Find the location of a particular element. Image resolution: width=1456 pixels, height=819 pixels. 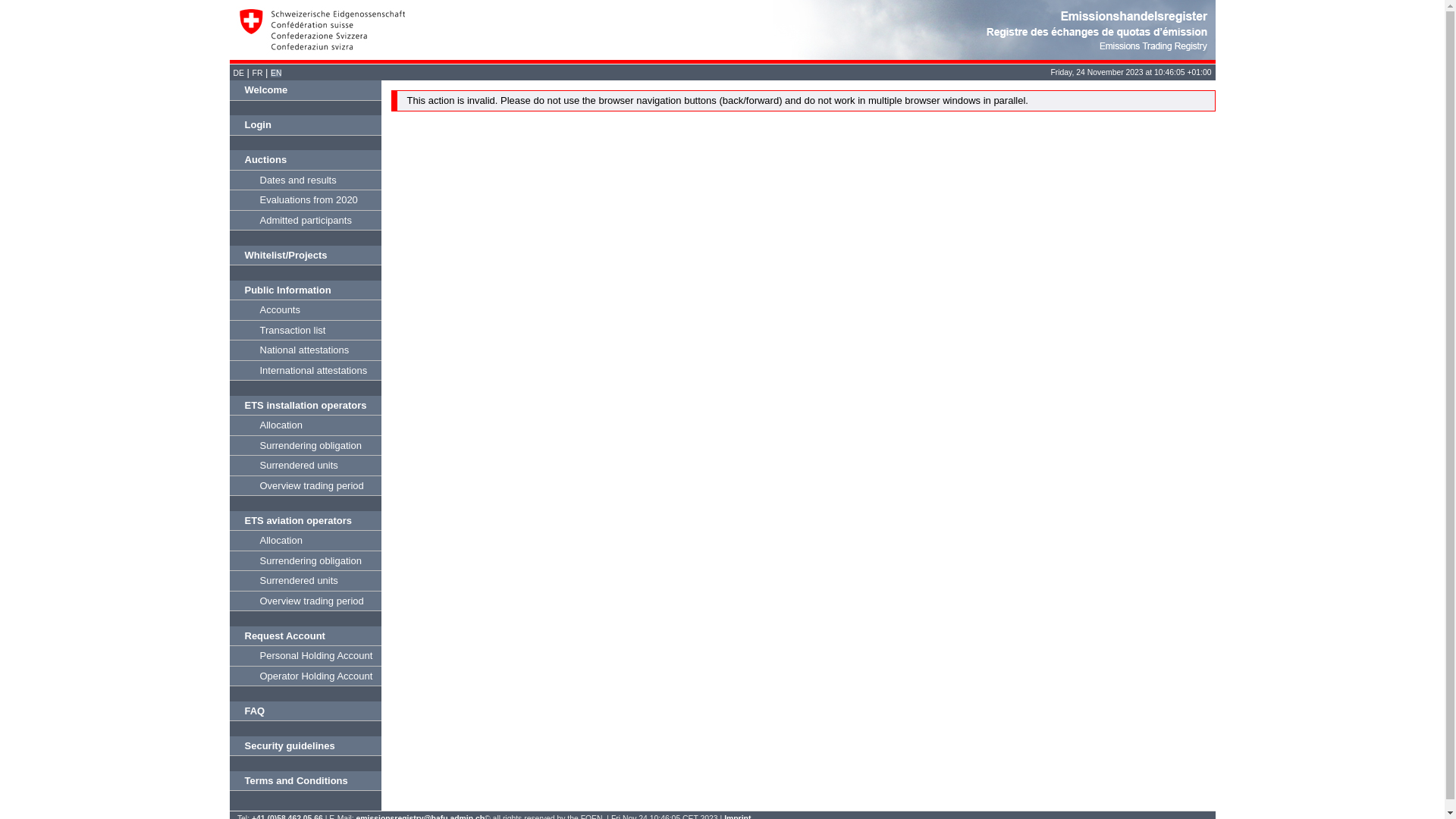

'Evaluations from 2020' is located at coordinates (304, 199).